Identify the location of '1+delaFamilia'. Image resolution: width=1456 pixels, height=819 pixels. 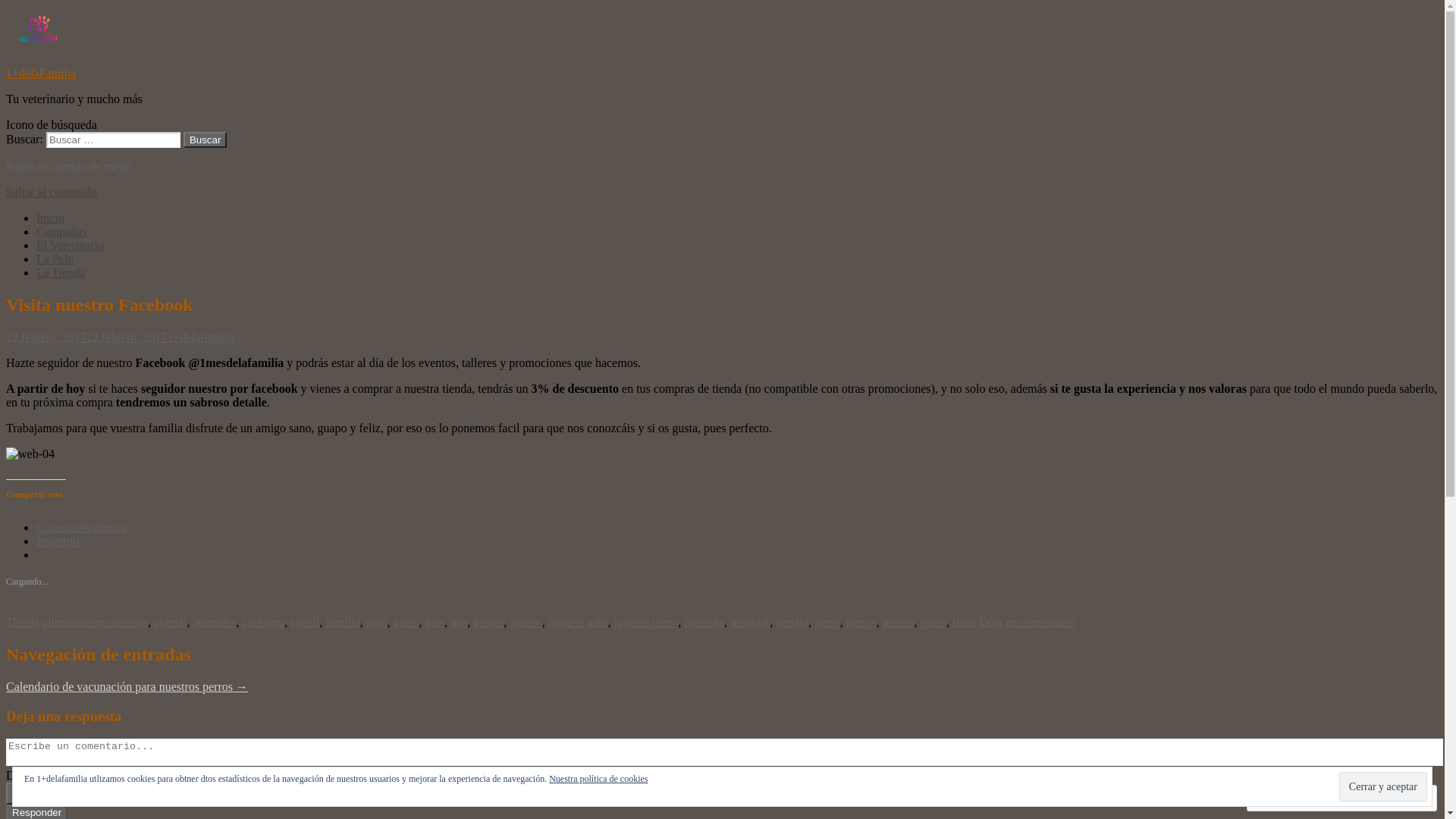
(41, 73).